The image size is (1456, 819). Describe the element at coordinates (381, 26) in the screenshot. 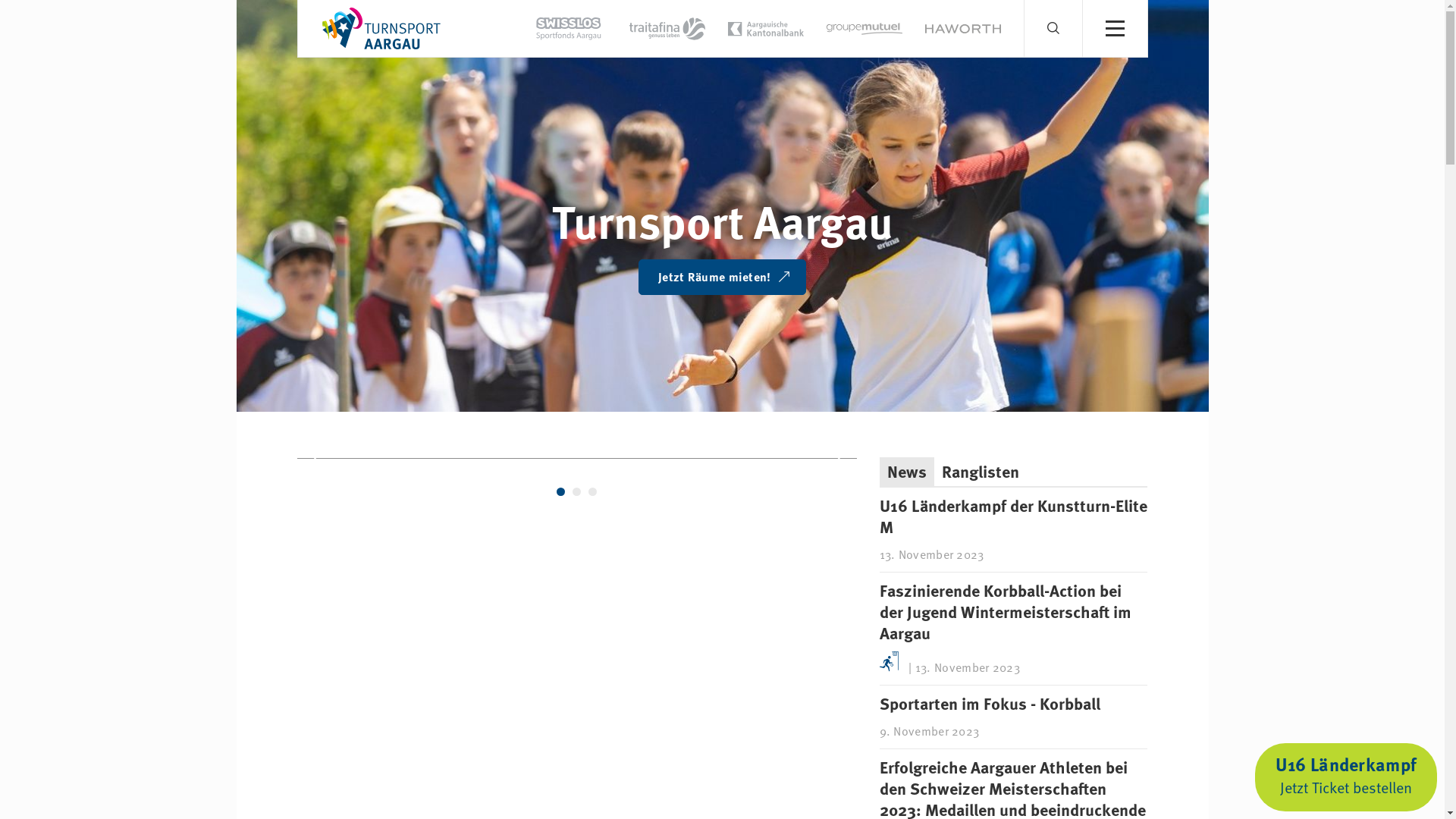

I see `'Logo Aargauer Turnverband ATV'` at that location.